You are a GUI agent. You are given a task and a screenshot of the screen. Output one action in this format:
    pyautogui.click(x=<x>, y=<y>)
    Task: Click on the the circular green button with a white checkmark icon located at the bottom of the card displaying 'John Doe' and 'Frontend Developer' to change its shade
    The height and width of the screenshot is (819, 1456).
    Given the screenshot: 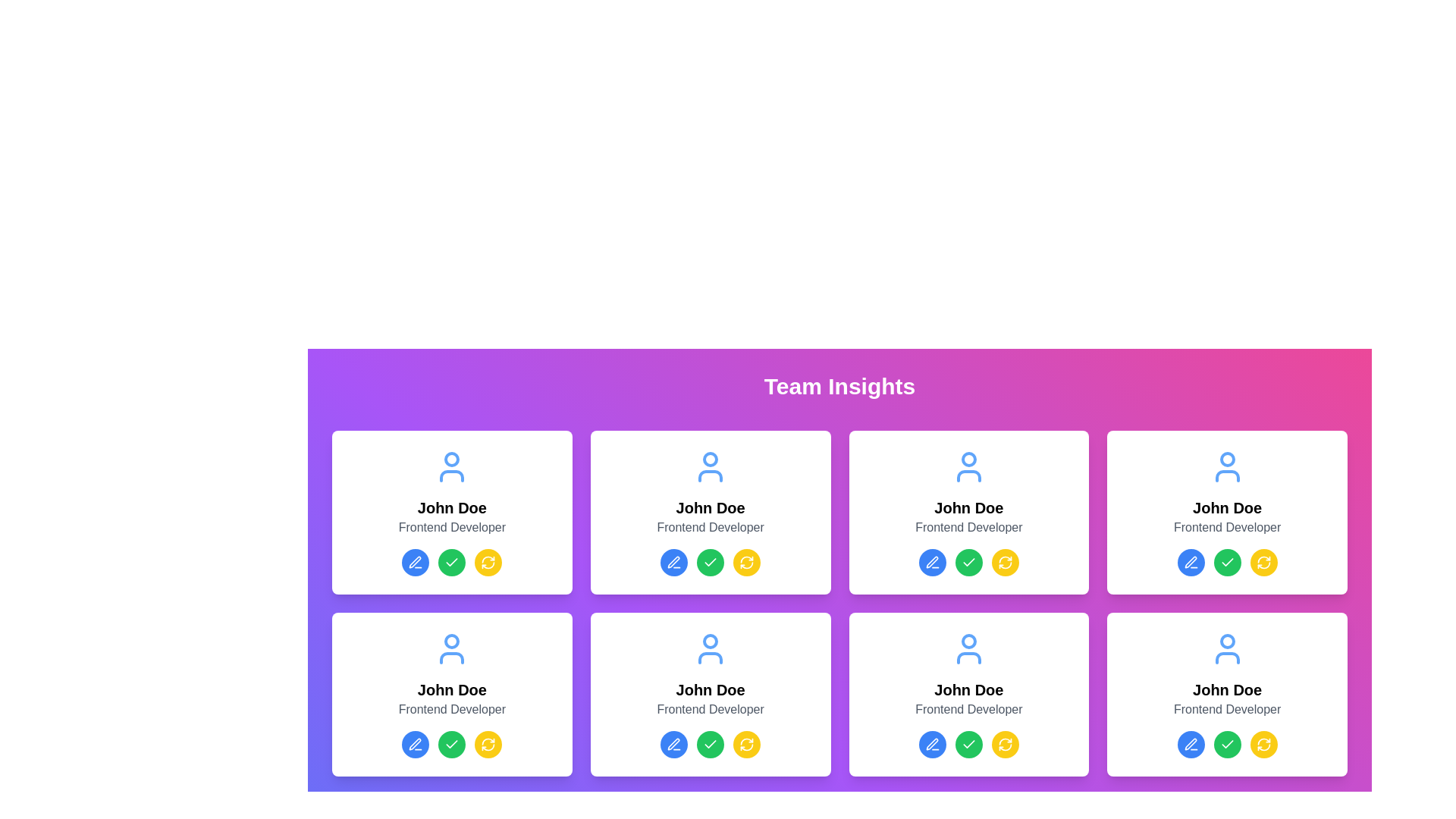 What is the action you would take?
    pyautogui.click(x=968, y=744)
    